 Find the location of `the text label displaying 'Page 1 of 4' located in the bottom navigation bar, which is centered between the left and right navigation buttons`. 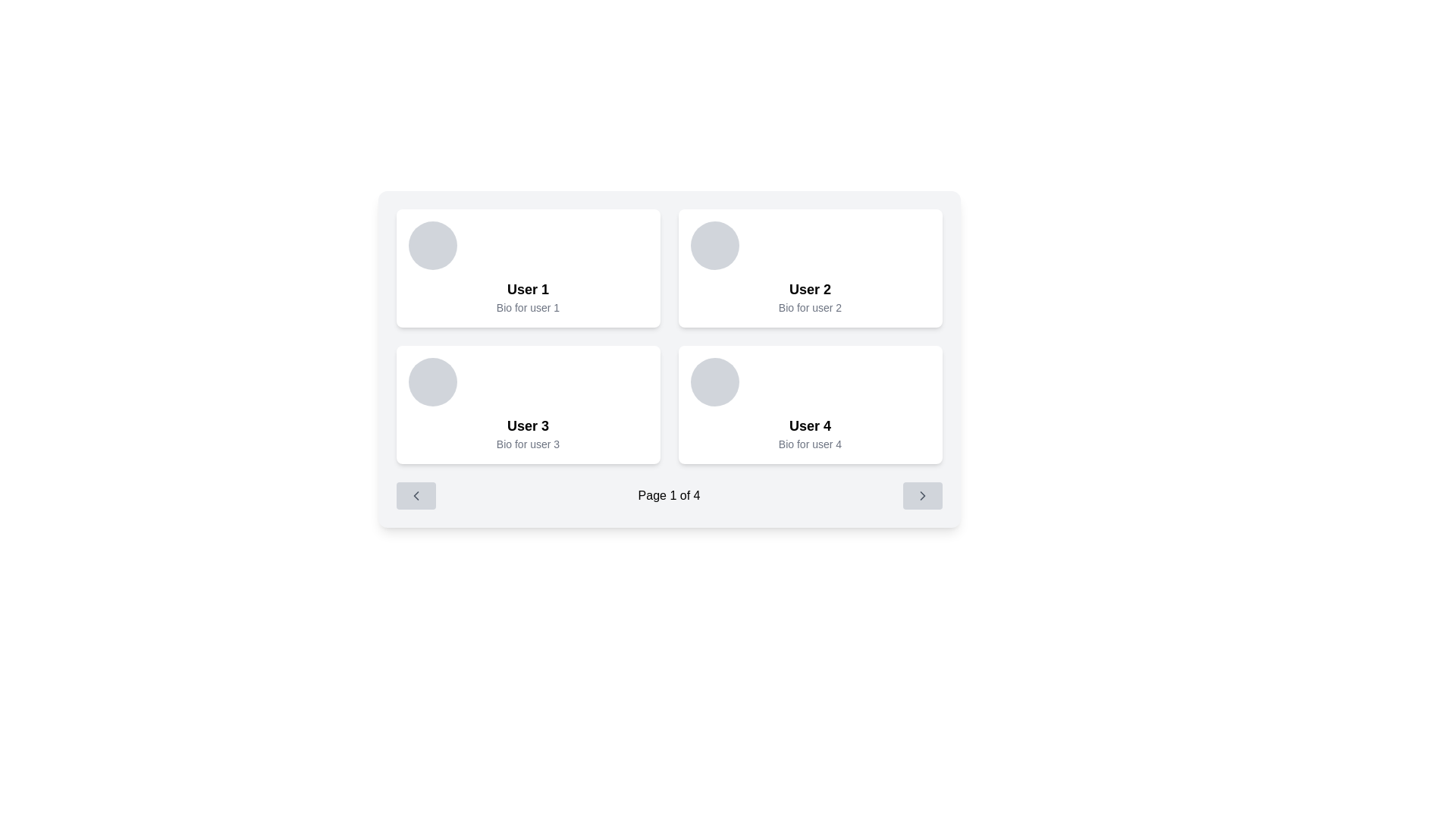

the text label displaying 'Page 1 of 4' located in the bottom navigation bar, which is centered between the left and right navigation buttons is located at coordinates (668, 496).